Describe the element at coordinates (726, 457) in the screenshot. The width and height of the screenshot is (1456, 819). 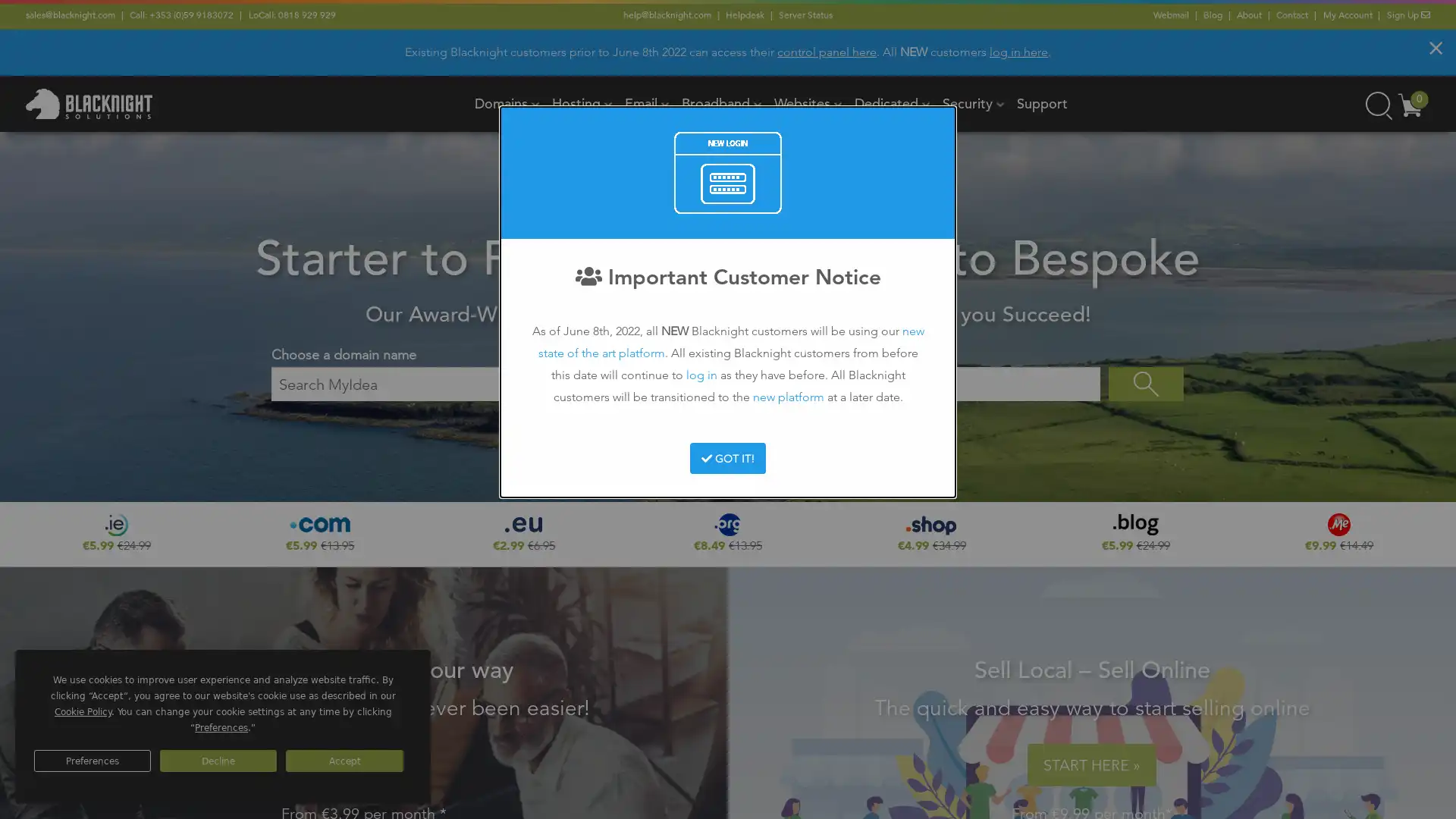
I see `Got it!` at that location.